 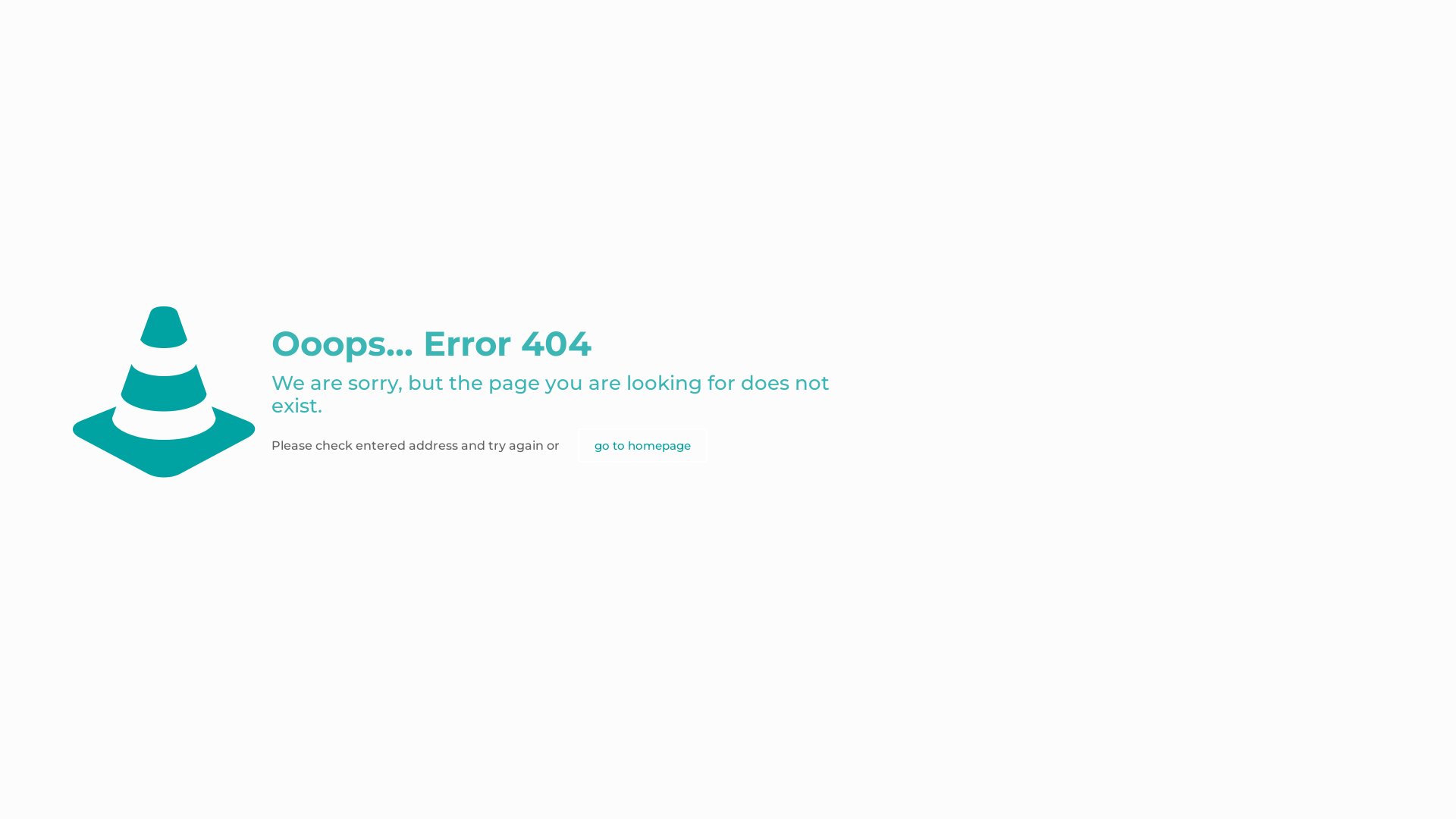 I want to click on 'go to homepage', so click(x=642, y=444).